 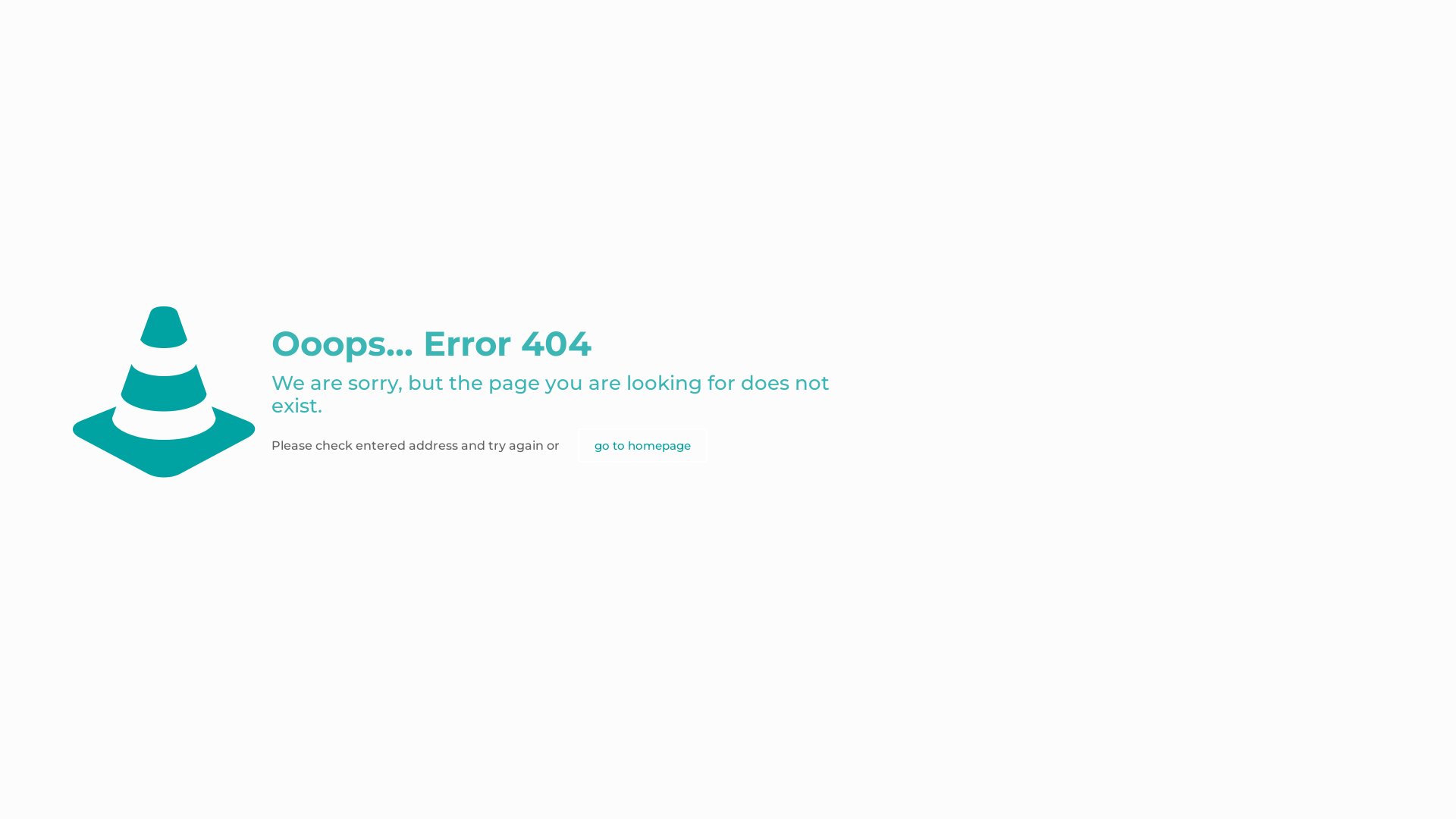 I want to click on 'go to homepage', so click(x=642, y=444).